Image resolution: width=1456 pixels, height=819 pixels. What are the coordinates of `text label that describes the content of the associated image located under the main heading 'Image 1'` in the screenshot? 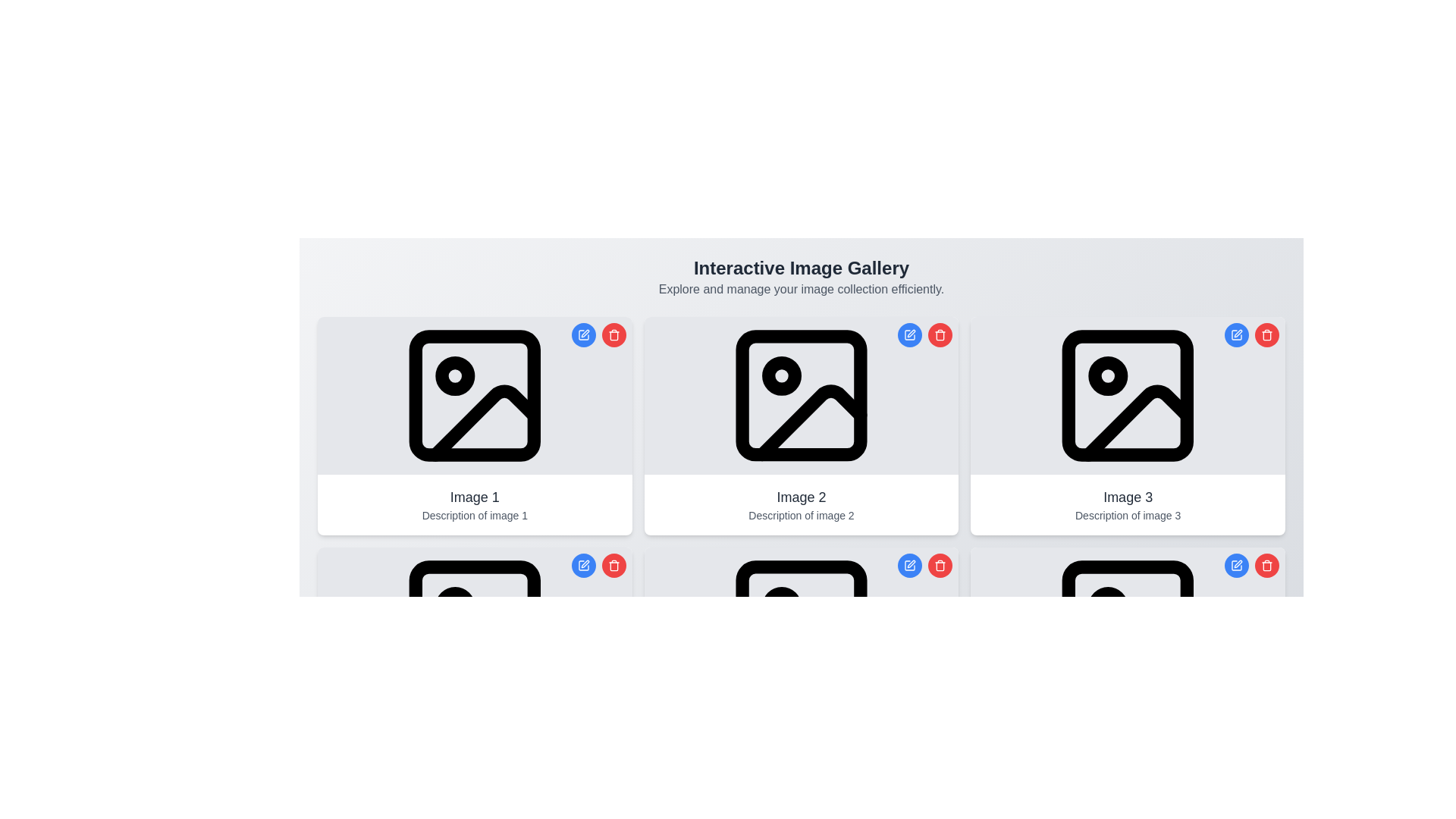 It's located at (474, 514).